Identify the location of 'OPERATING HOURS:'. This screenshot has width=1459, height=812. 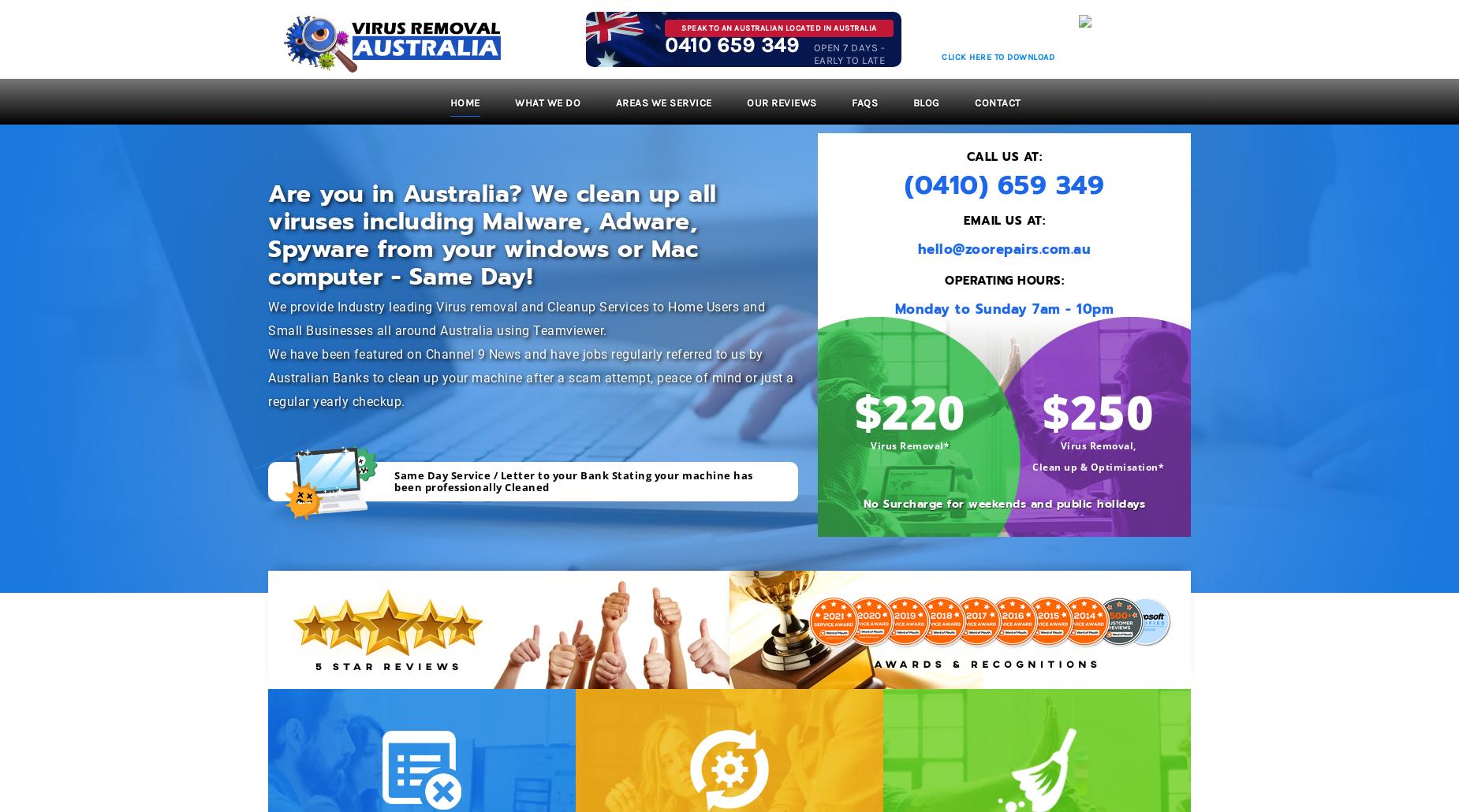
(1003, 280).